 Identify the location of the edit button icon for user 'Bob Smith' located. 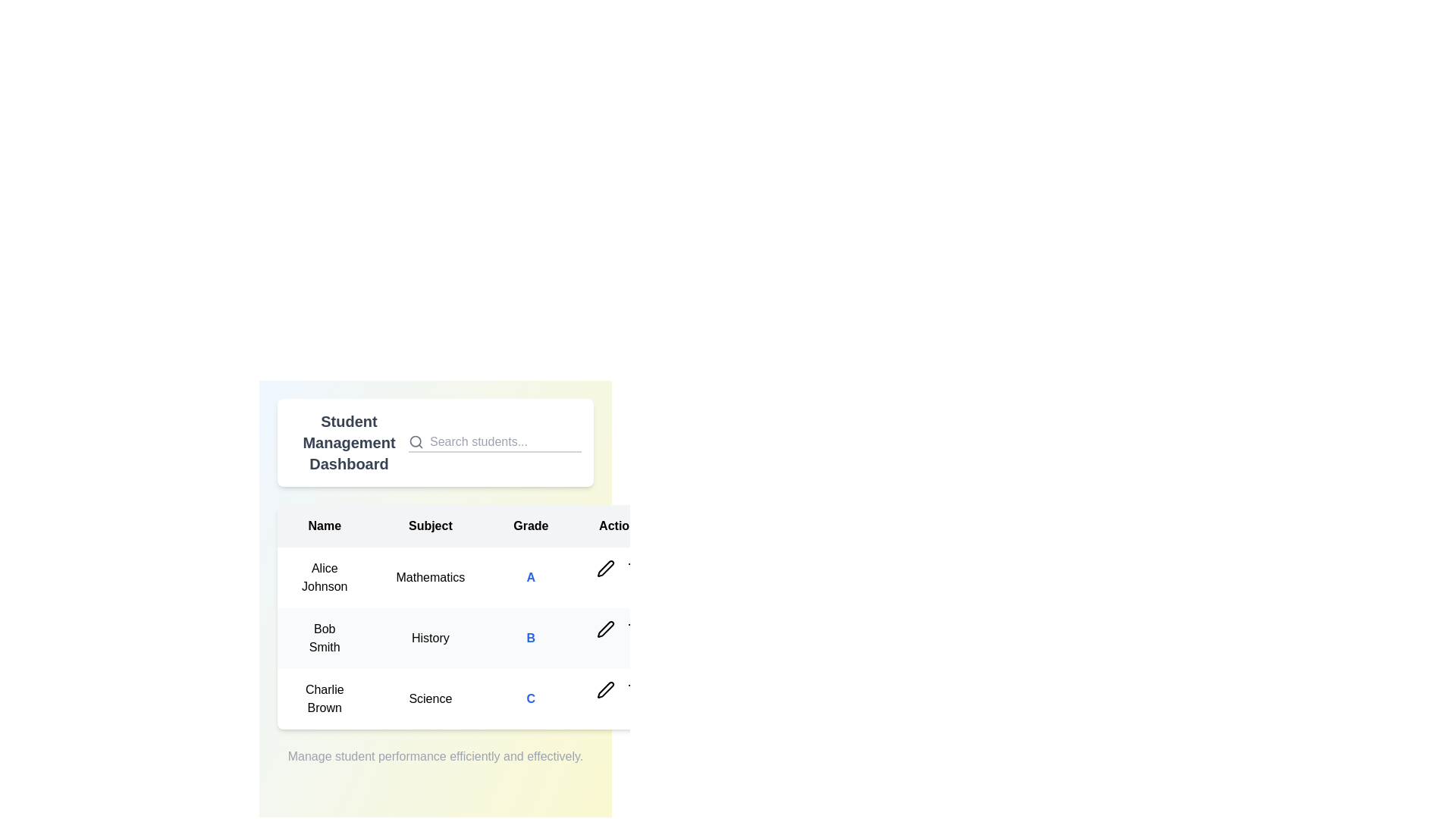
(605, 629).